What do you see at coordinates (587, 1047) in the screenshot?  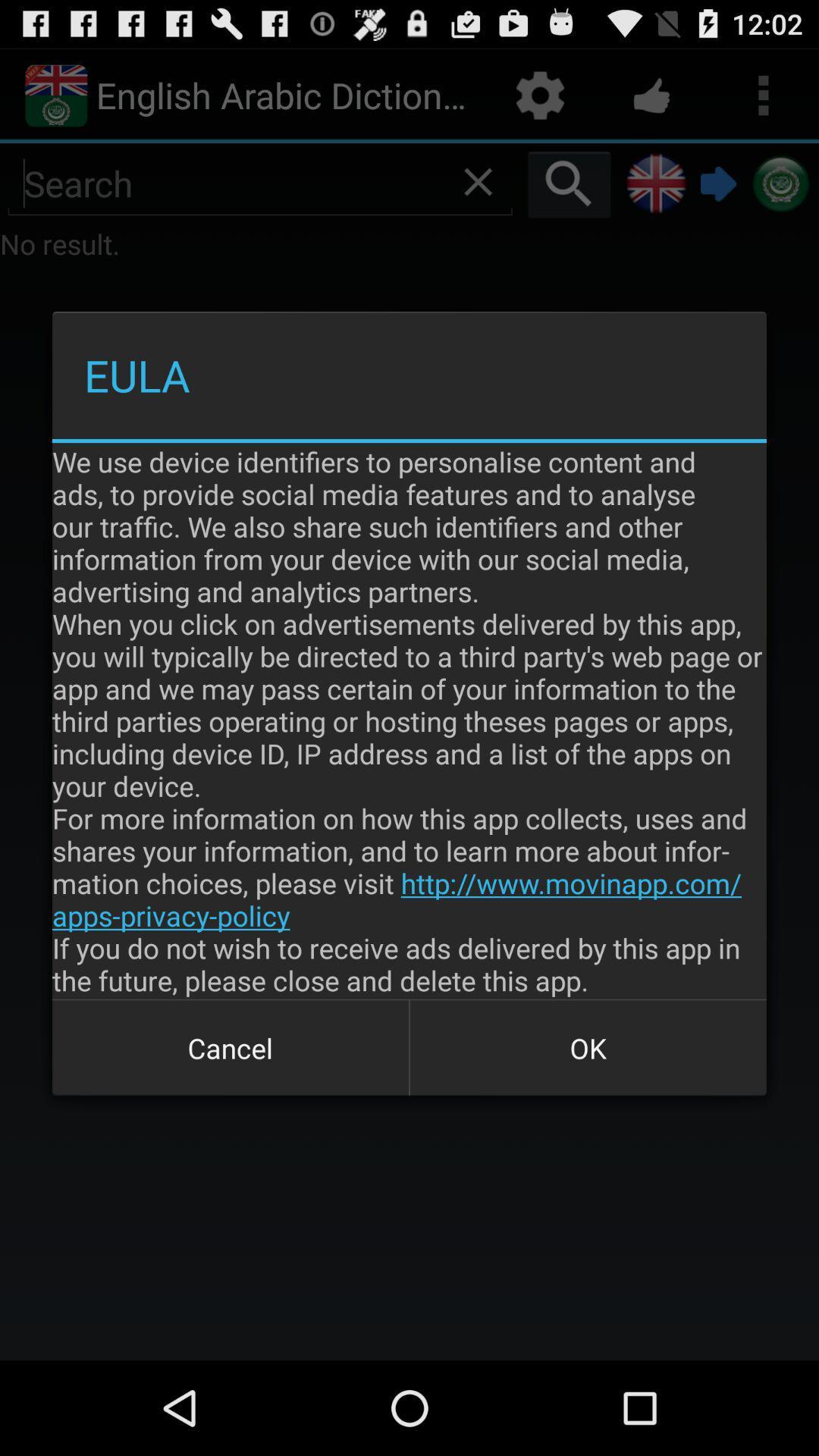 I see `ok button` at bounding box center [587, 1047].